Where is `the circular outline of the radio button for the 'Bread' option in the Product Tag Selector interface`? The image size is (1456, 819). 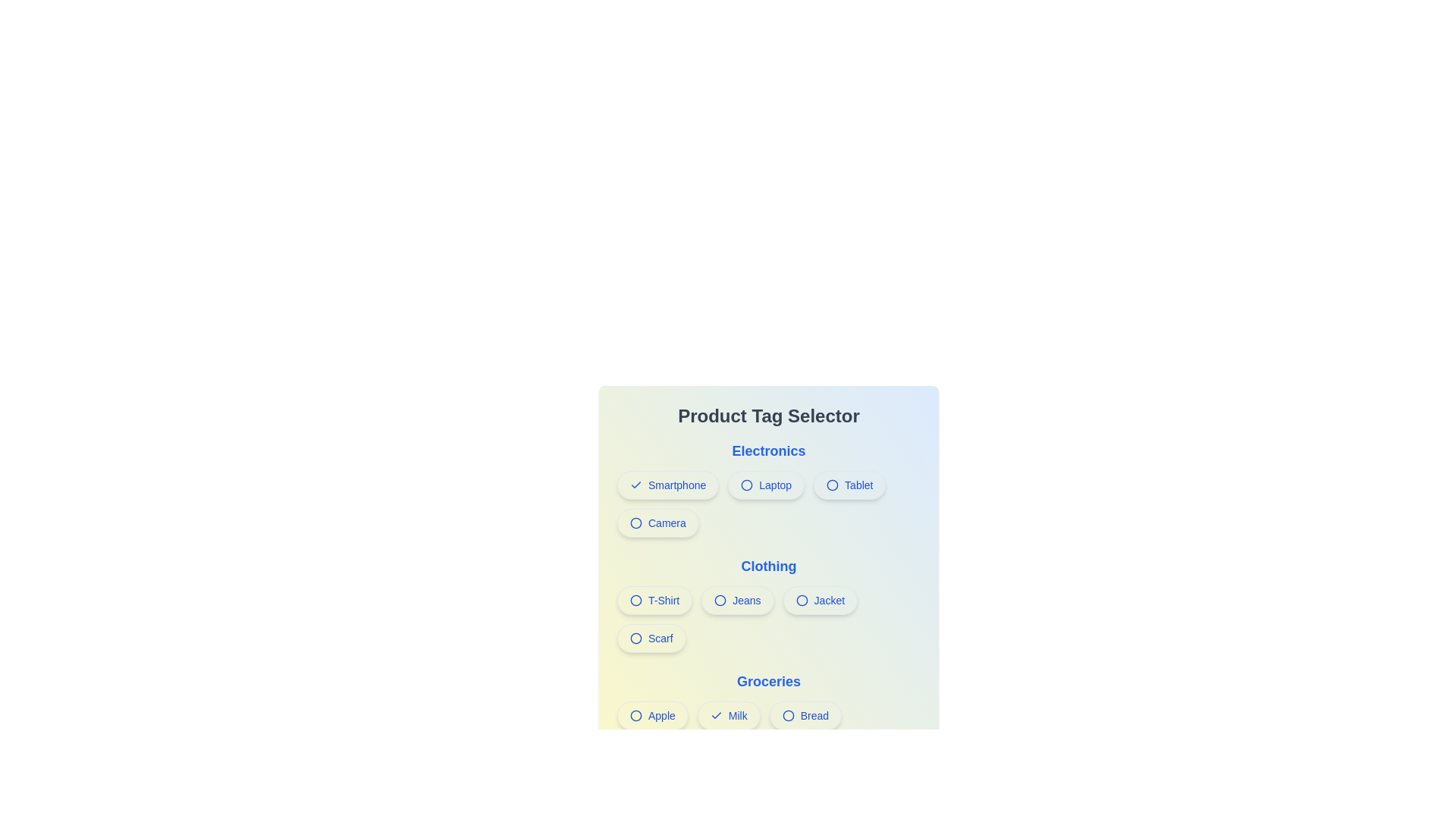
the circular outline of the radio button for the 'Bread' option in the Product Tag Selector interface is located at coordinates (788, 716).